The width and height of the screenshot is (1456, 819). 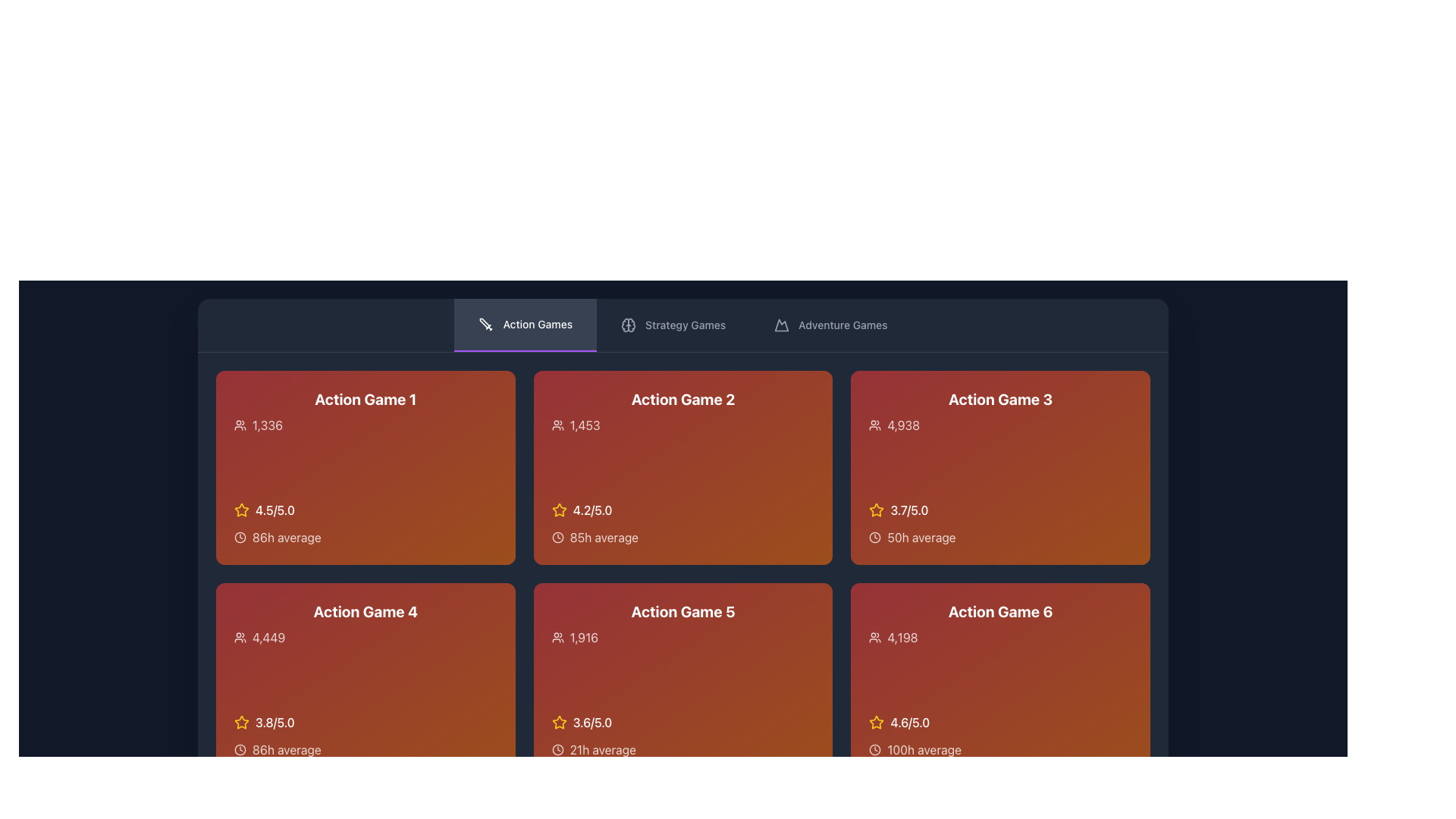 What do you see at coordinates (682, 610) in the screenshot?
I see `the text label that serves as the title for the game content, located in the bottom row of a three-column grid layout, positioned above statistics and icons` at bounding box center [682, 610].